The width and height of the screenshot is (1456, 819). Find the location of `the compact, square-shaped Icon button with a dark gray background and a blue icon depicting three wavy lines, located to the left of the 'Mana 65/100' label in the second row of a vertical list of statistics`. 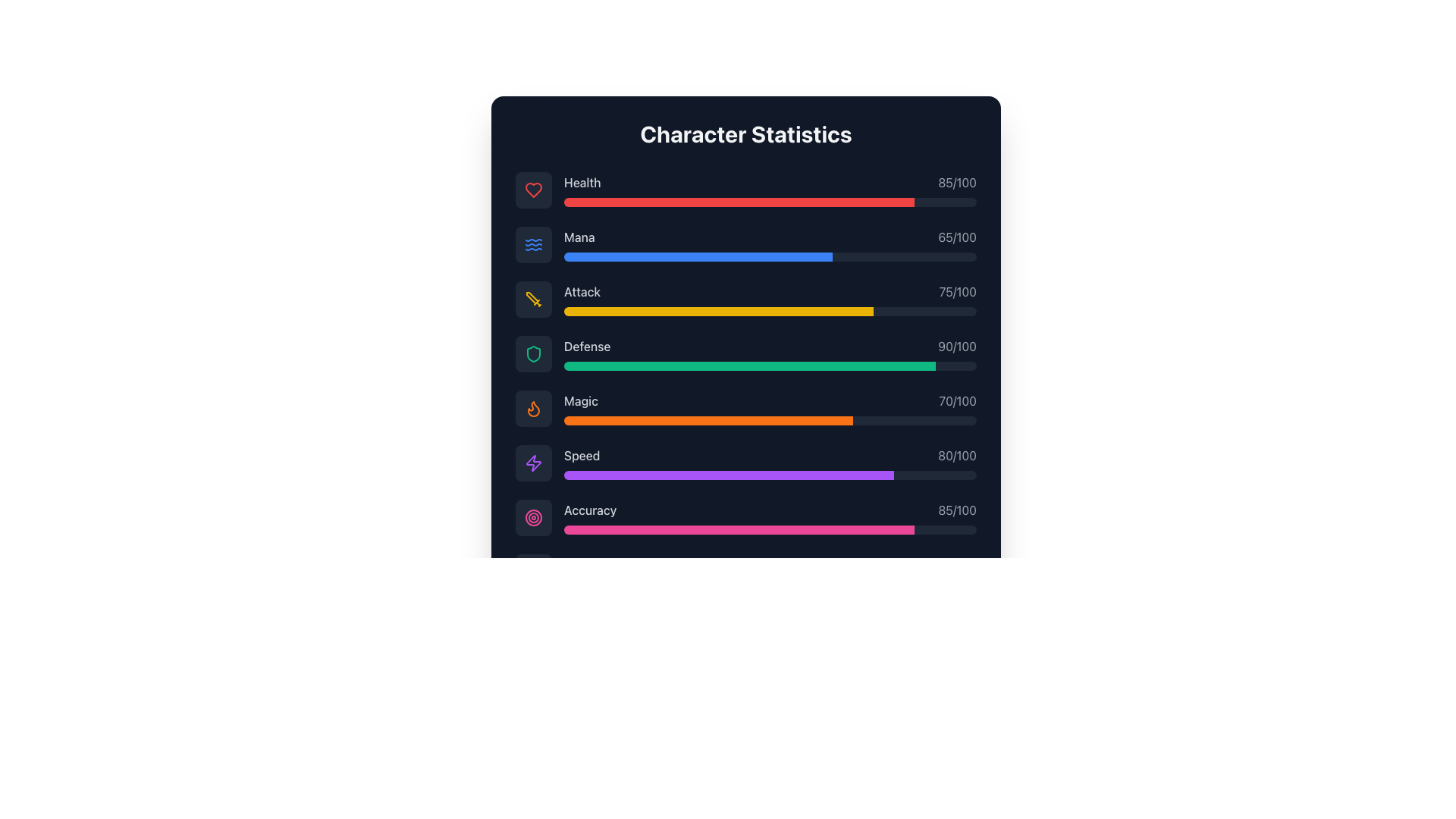

the compact, square-shaped Icon button with a dark gray background and a blue icon depicting three wavy lines, located to the left of the 'Mana 65/100' label in the second row of a vertical list of statistics is located at coordinates (534, 244).